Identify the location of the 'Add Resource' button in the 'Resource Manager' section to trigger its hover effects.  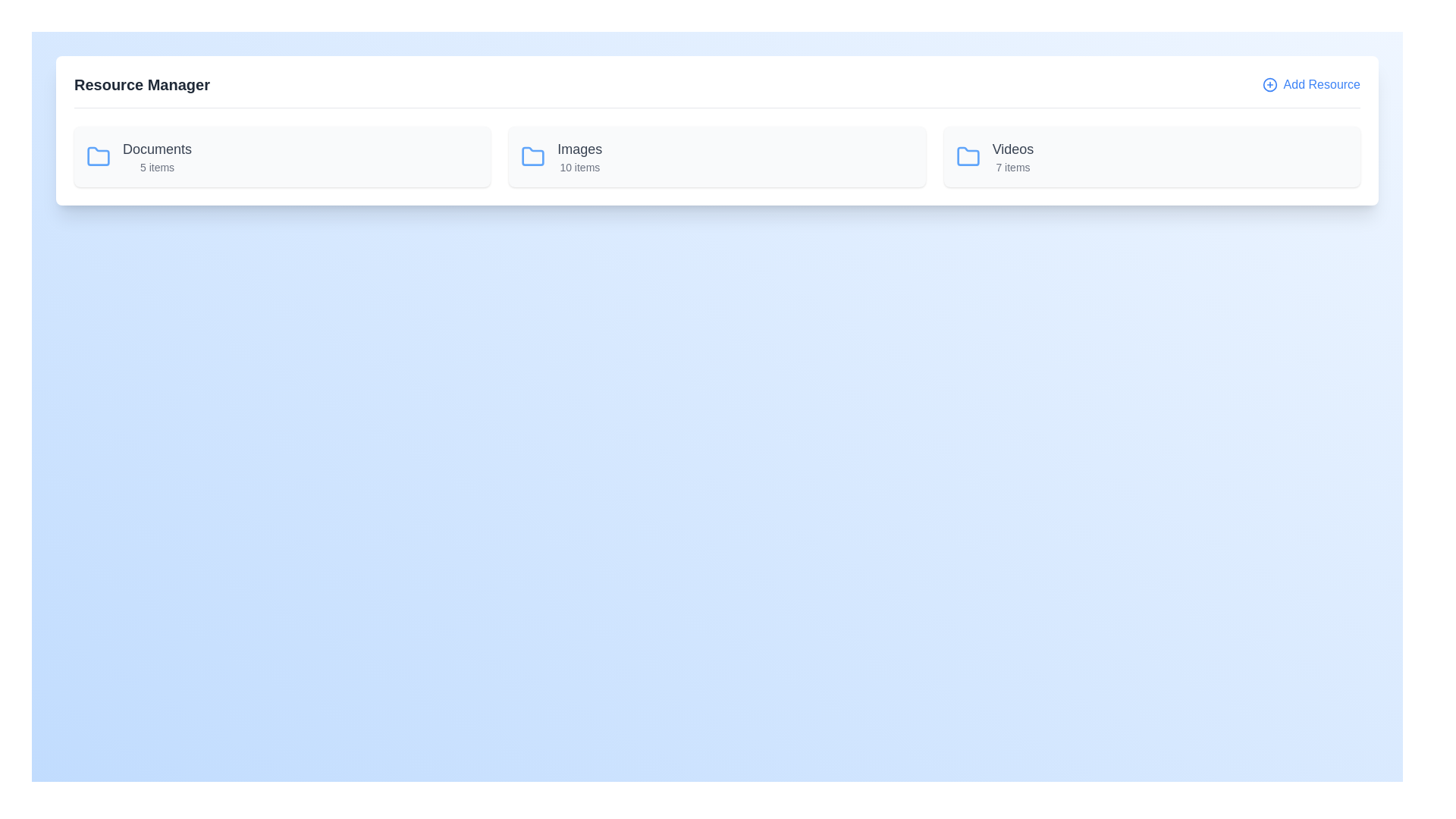
(1310, 84).